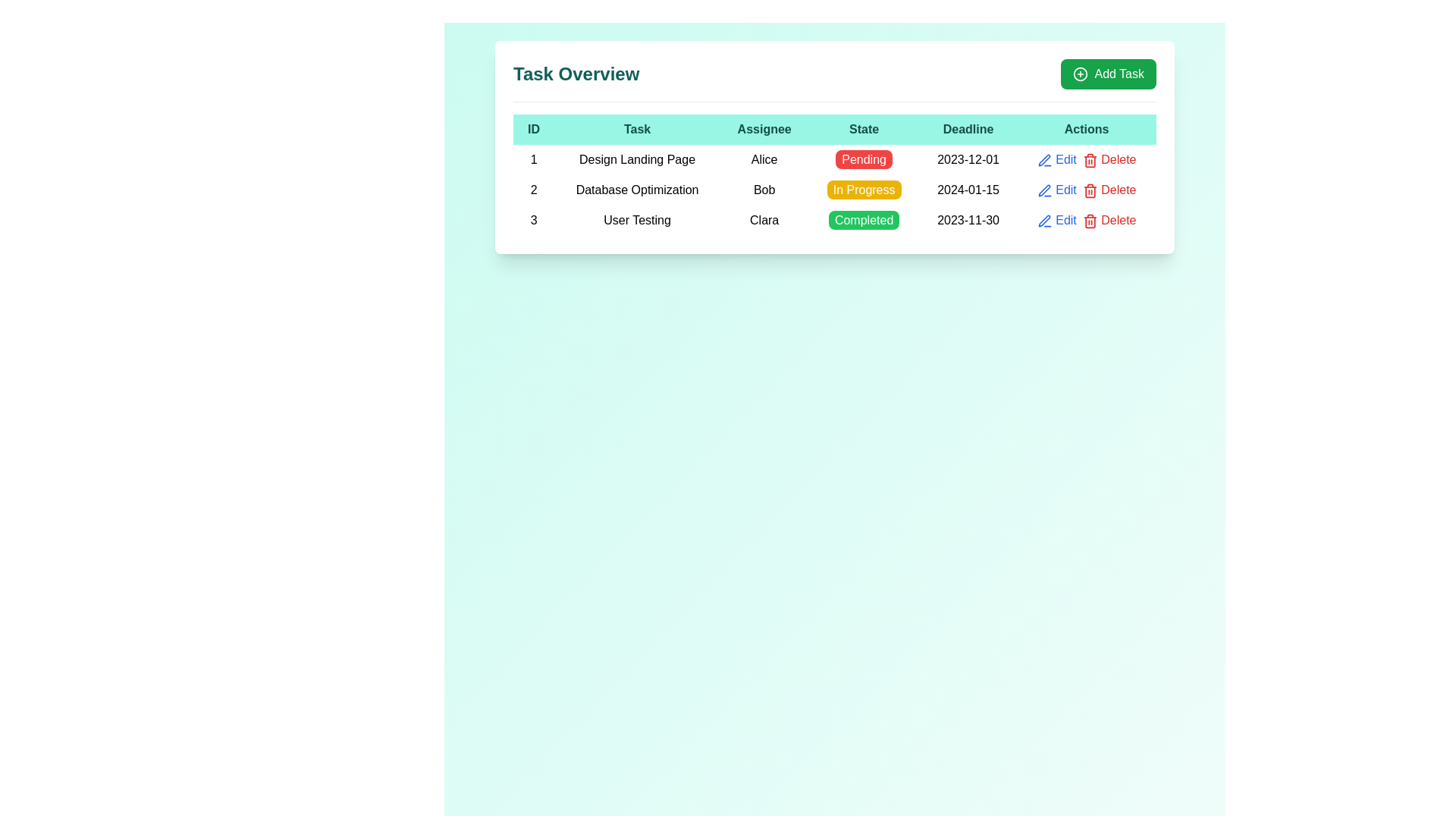  What do you see at coordinates (864, 189) in the screenshot?
I see `the Badge or Label that indicates the progress state of the 'Database Optimization' task assigned to 'Bob' in the 'State' column of the second row in the 'Task Overview' section` at bounding box center [864, 189].